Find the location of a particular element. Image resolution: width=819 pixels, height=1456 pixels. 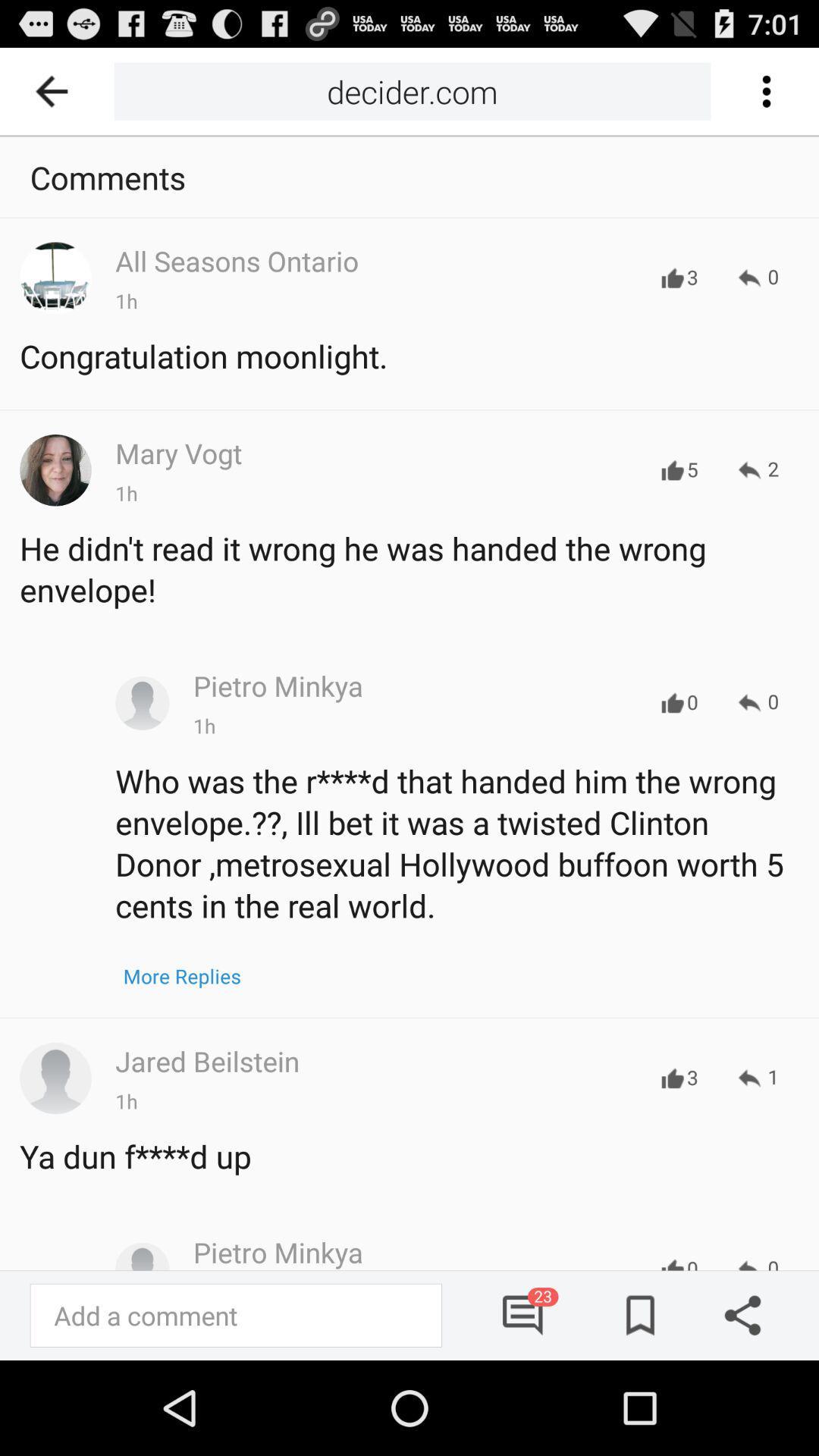

the more replies icon is located at coordinates (181, 976).